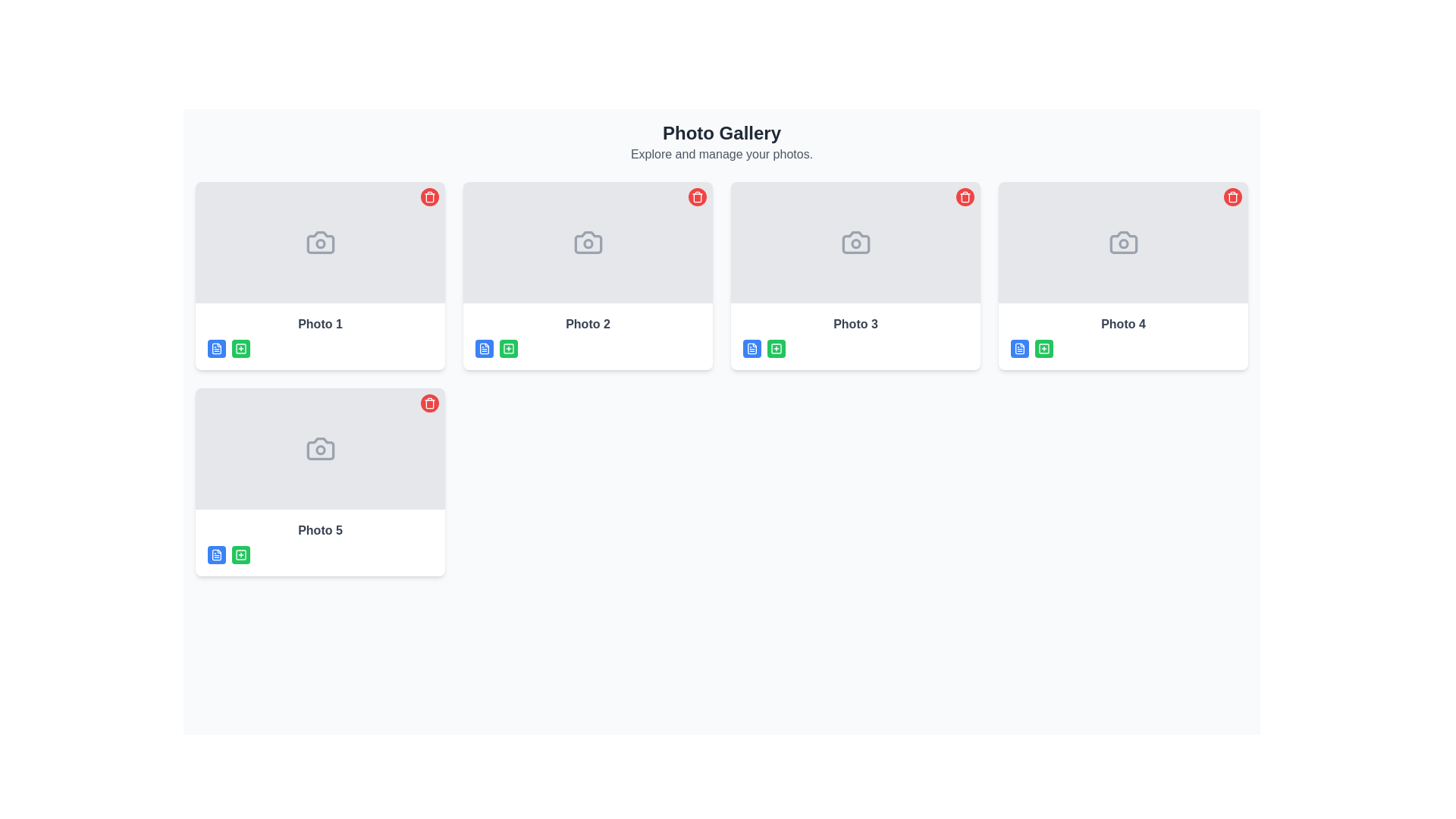 This screenshot has height=819, width=1456. Describe the element at coordinates (216, 348) in the screenshot. I see `the blue square icon with a document outline located in the bottom-left corner of the first card (Photo 1)` at that location.